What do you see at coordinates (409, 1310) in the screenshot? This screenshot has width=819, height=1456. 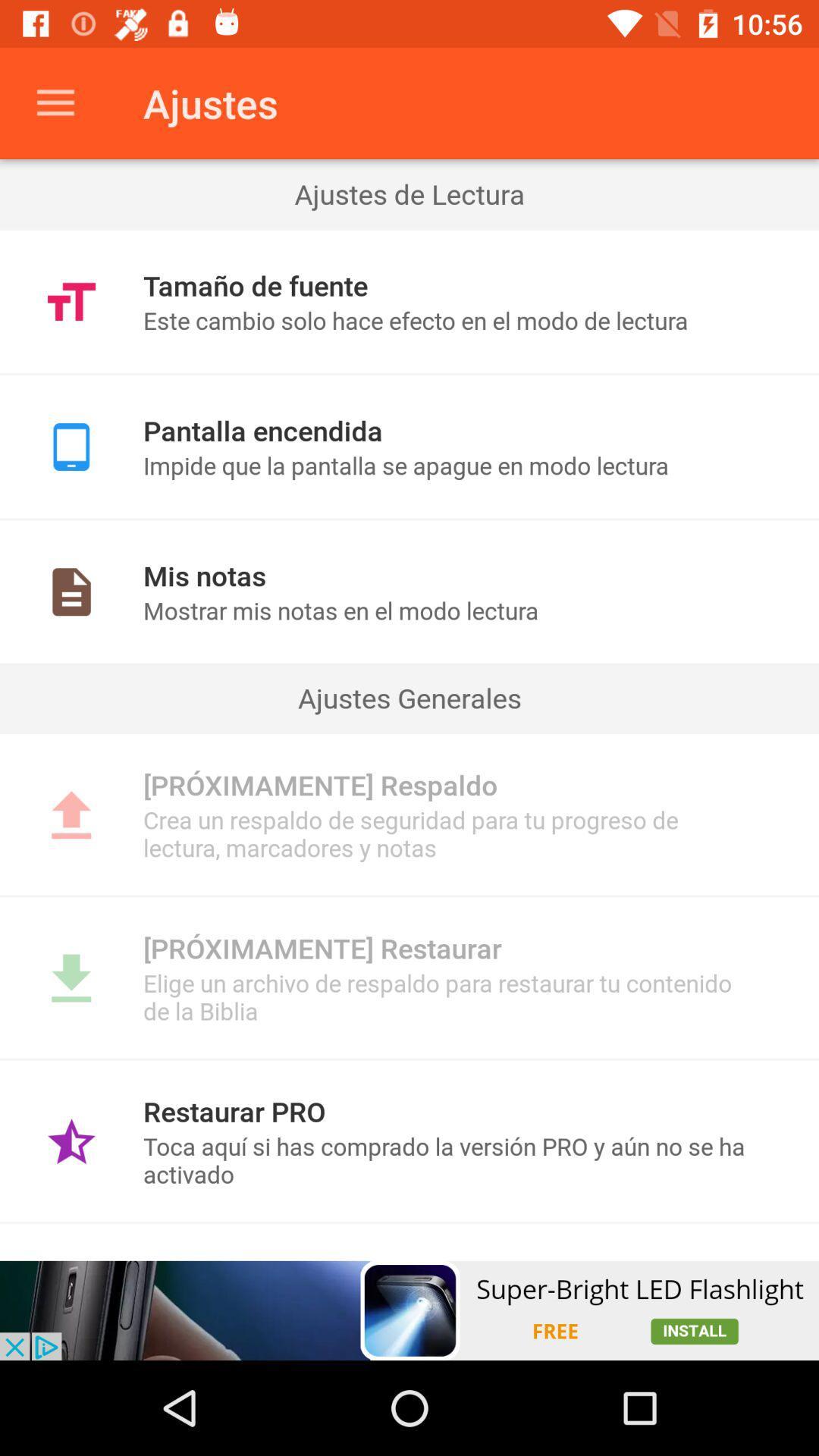 I see `open add` at bounding box center [409, 1310].